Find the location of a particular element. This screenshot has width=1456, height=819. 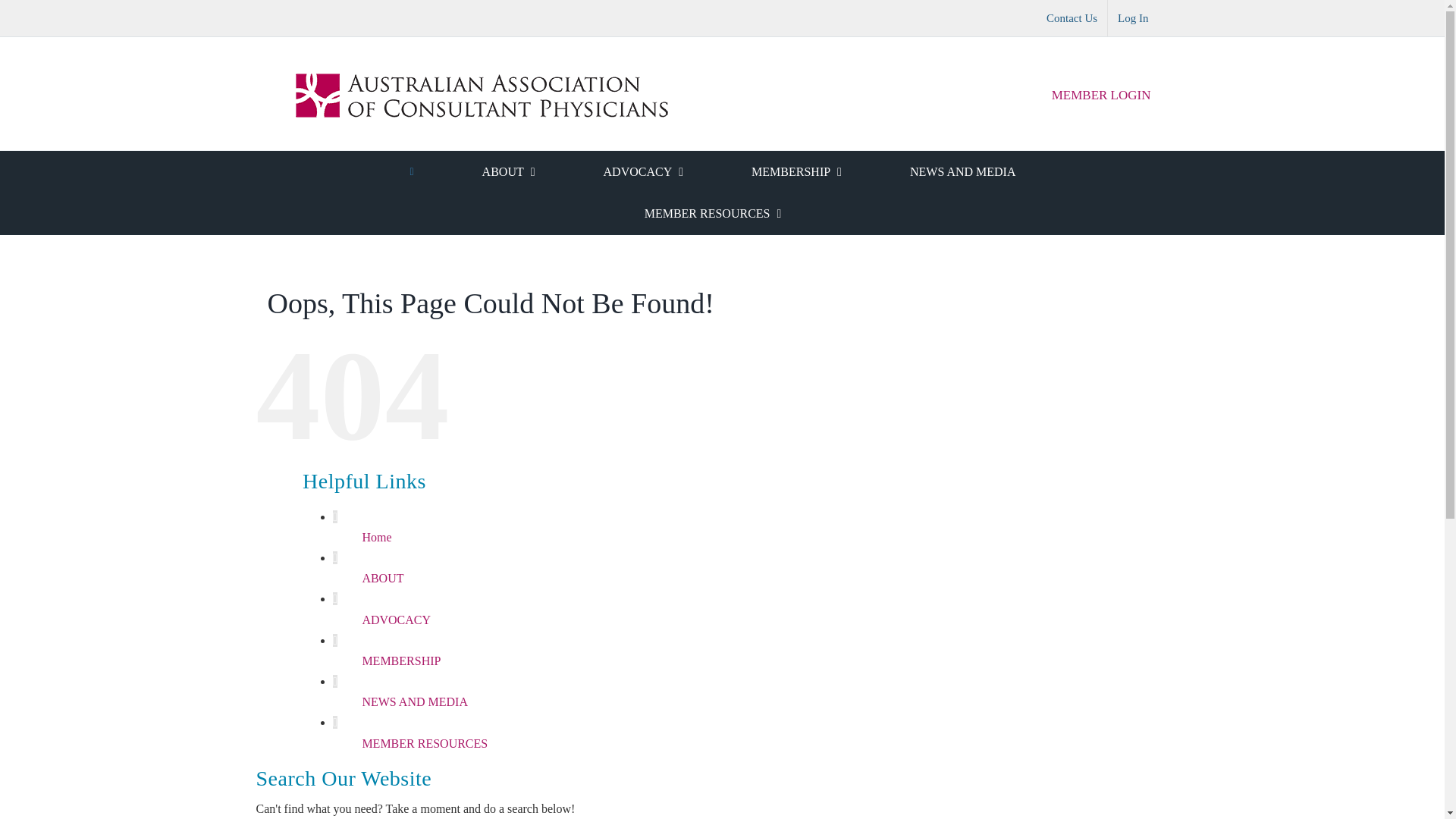

'Log In' is located at coordinates (1107, 17).